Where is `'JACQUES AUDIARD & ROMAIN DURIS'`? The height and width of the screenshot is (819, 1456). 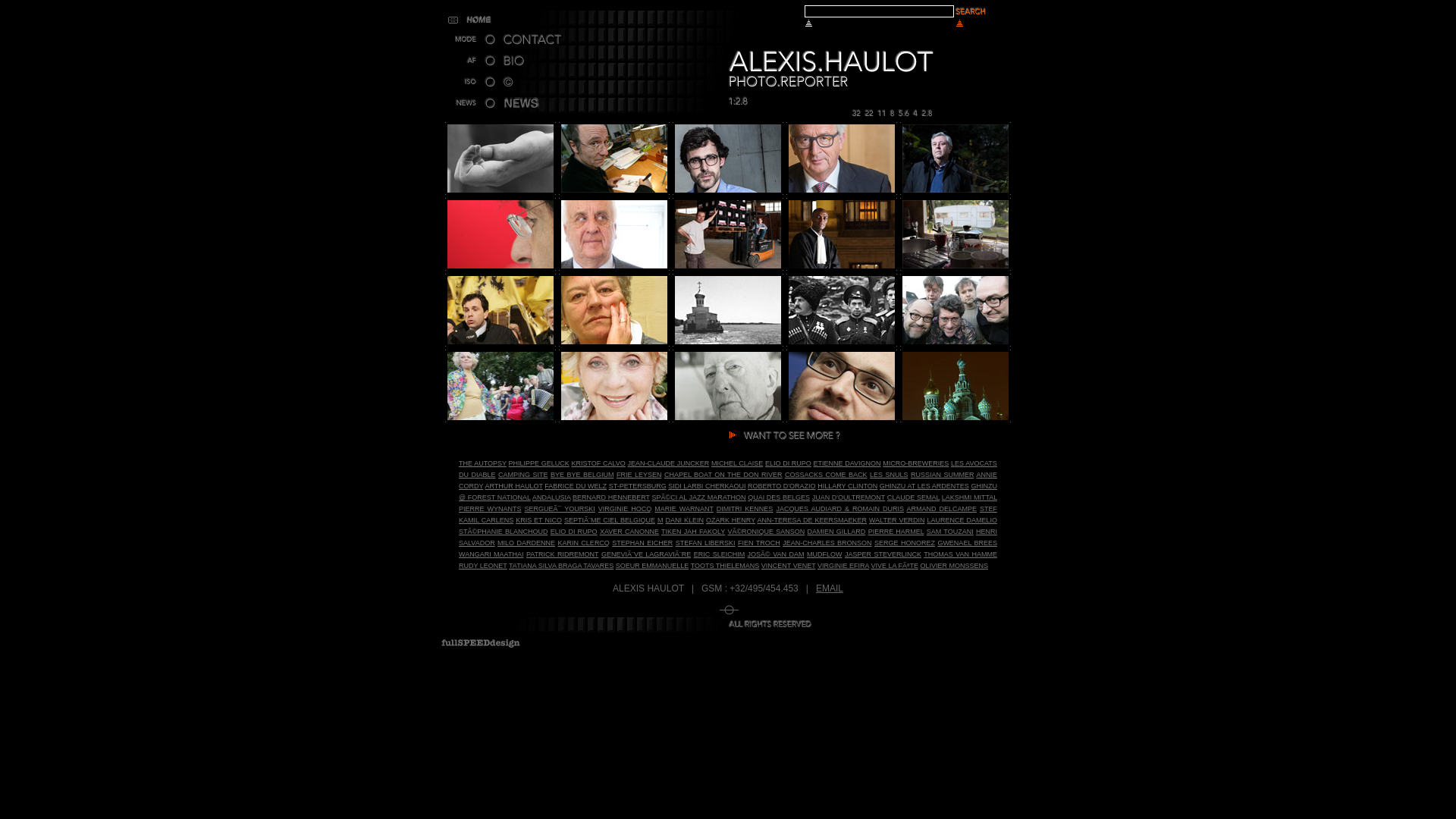 'JACQUES AUDIARD & ROMAIN DURIS' is located at coordinates (839, 509).